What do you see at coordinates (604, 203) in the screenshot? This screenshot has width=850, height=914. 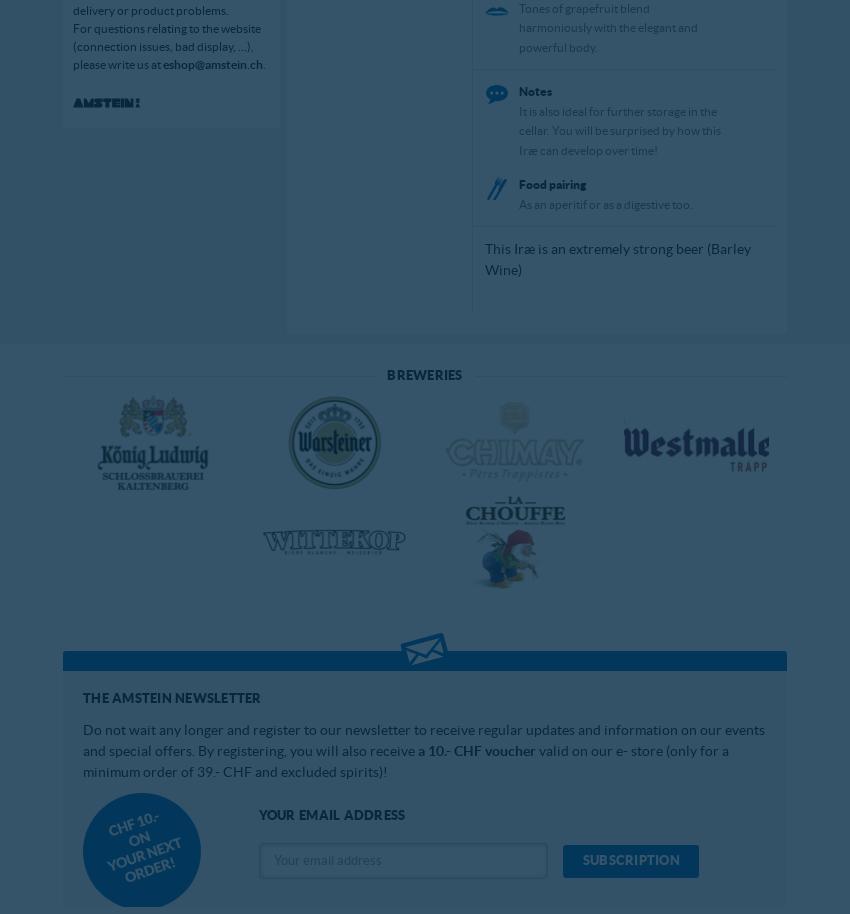 I see `'As an aperitif or as a digestive too.'` at bounding box center [604, 203].